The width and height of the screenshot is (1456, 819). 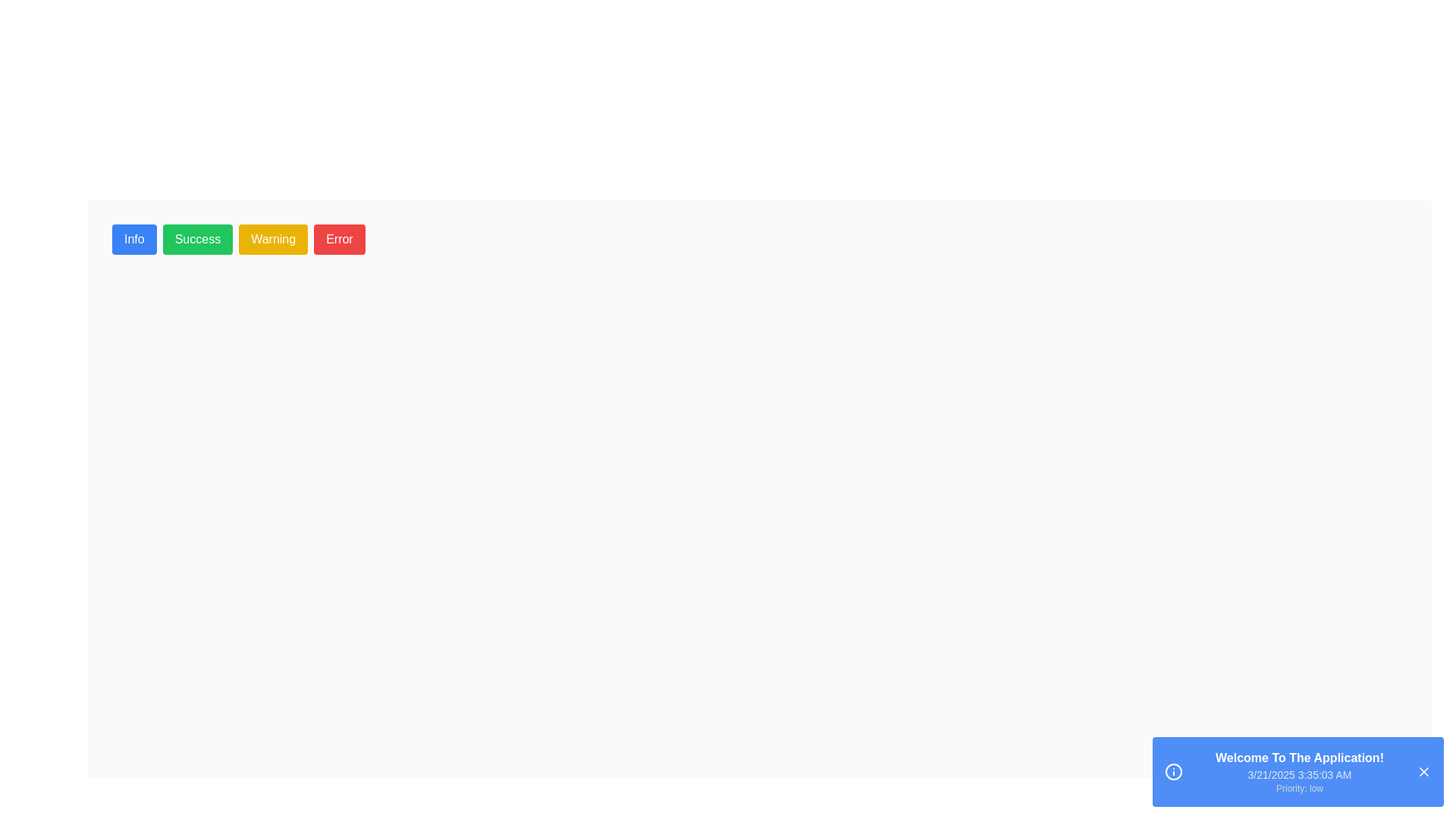 What do you see at coordinates (1423, 772) in the screenshot?
I see `the close button located in the bottom-right corner of the notification panel titled 'Welcome to the application!'` at bounding box center [1423, 772].